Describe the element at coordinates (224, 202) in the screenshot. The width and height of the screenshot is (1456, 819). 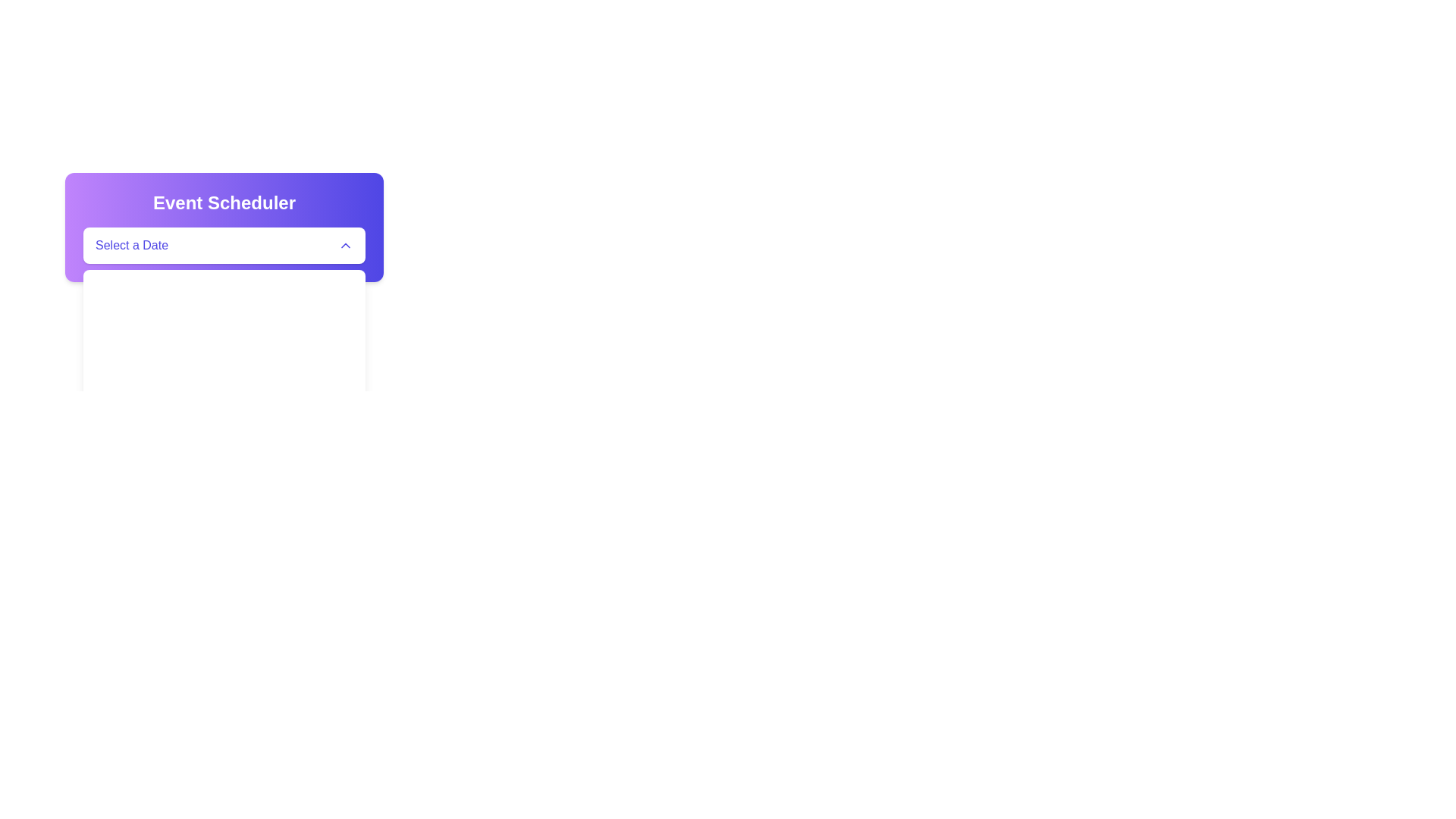
I see `the bold title text 'Event Scheduler' to potentially reveal a tooltip or effect` at that location.